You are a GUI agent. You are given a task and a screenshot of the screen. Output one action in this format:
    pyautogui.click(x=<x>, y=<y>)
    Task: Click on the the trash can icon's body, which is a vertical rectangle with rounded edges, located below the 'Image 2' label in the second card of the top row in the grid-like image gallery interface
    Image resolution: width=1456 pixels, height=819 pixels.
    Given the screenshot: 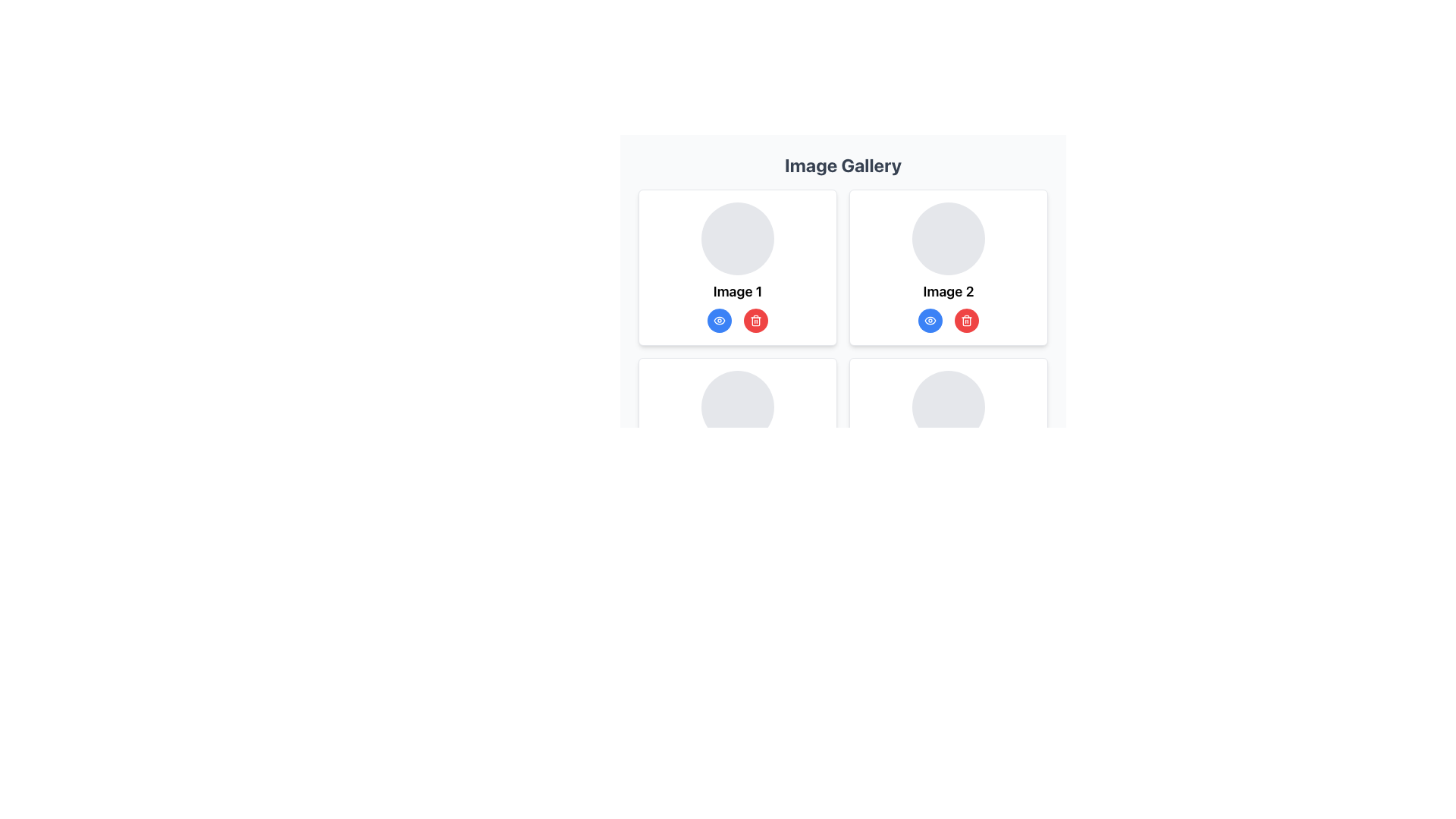 What is the action you would take?
    pyautogui.click(x=966, y=321)
    